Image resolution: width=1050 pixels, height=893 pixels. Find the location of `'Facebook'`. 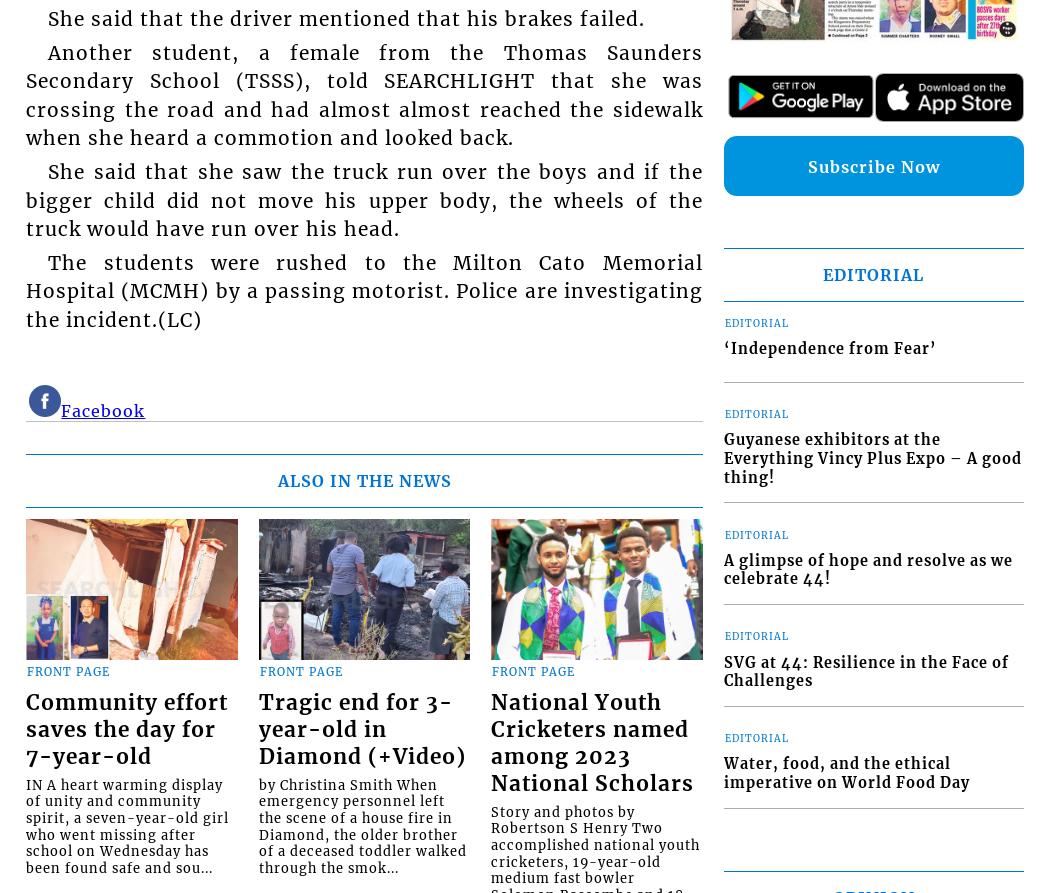

'Facebook' is located at coordinates (103, 409).